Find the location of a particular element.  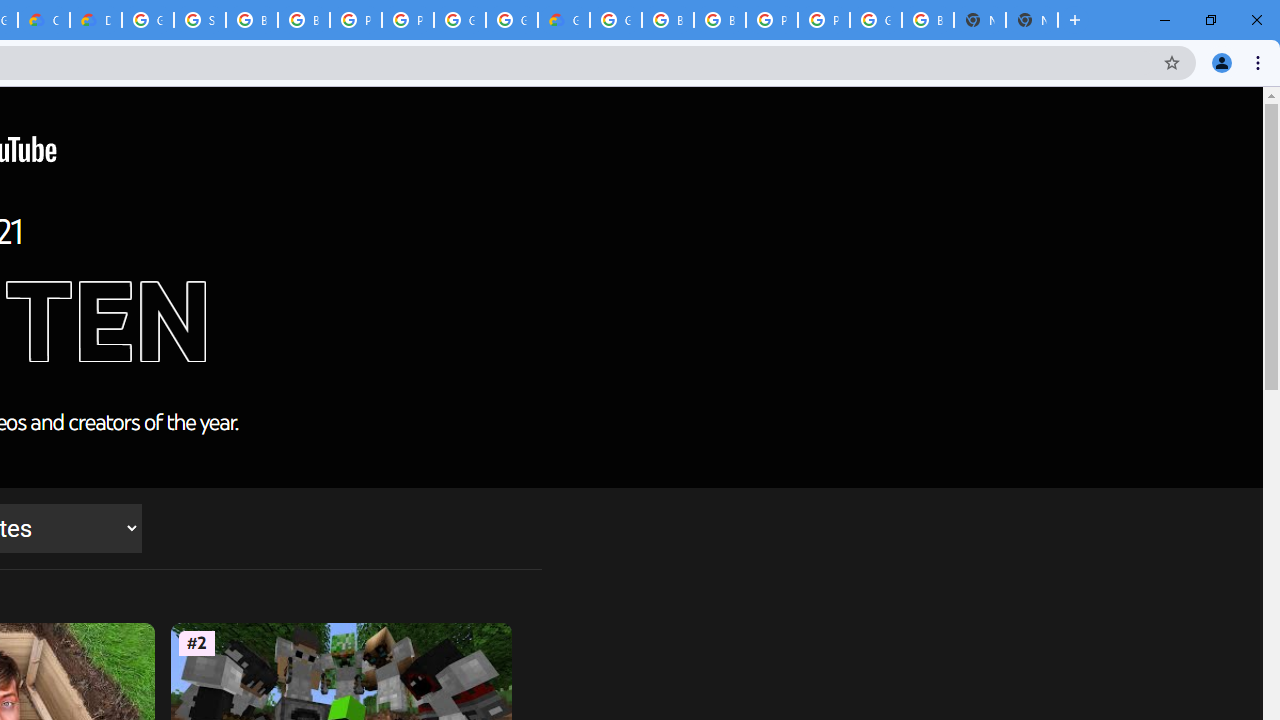

'Google Cloud Platform' is located at coordinates (512, 20).